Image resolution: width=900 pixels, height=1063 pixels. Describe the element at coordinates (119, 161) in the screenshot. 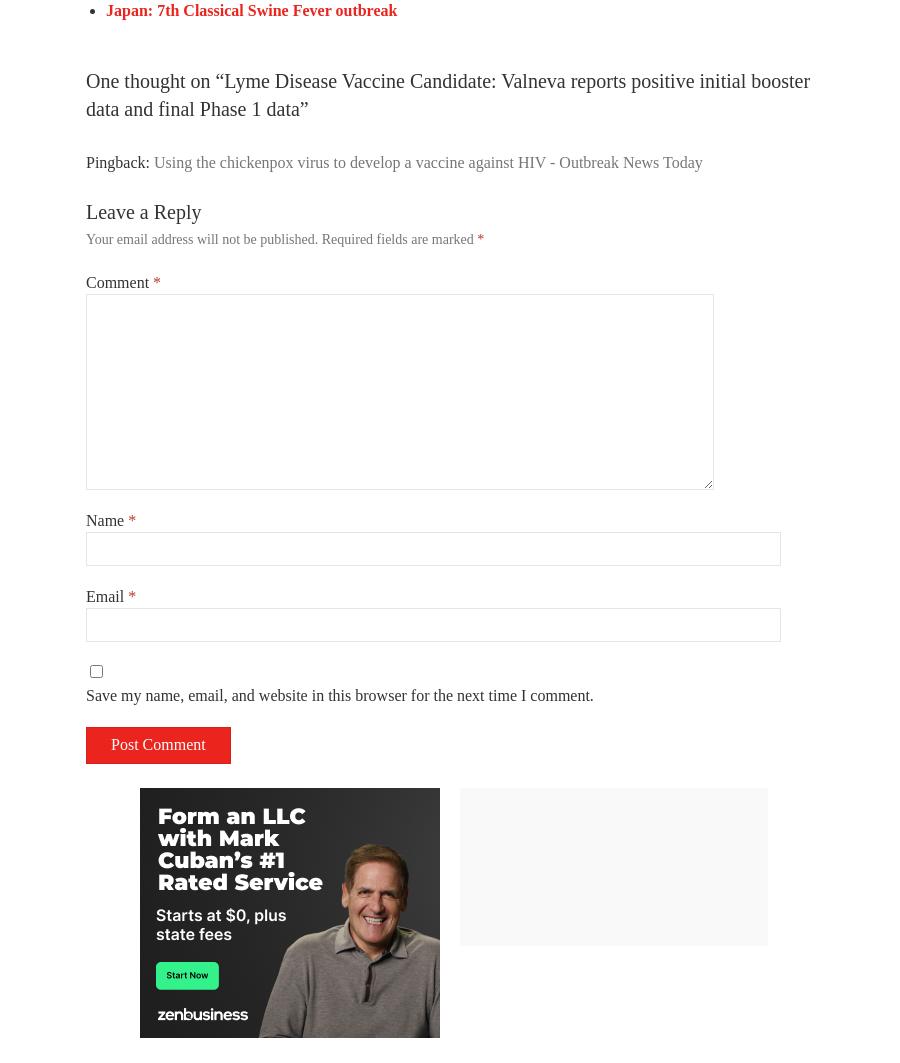

I see `'Pingback:'` at that location.